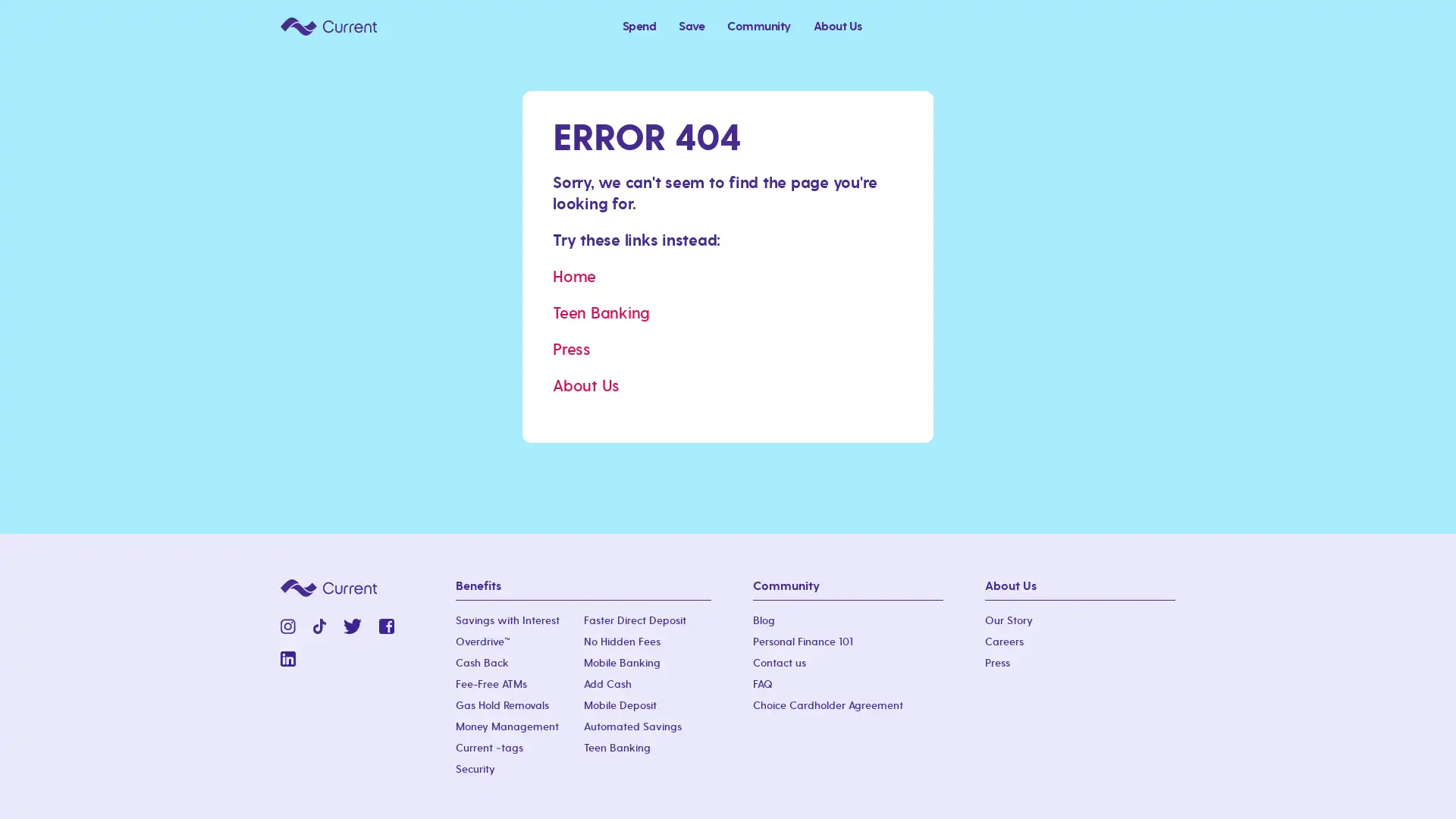 The image size is (1456, 819). Describe the element at coordinates (482, 642) in the screenshot. I see `OverdriveTM` at that location.